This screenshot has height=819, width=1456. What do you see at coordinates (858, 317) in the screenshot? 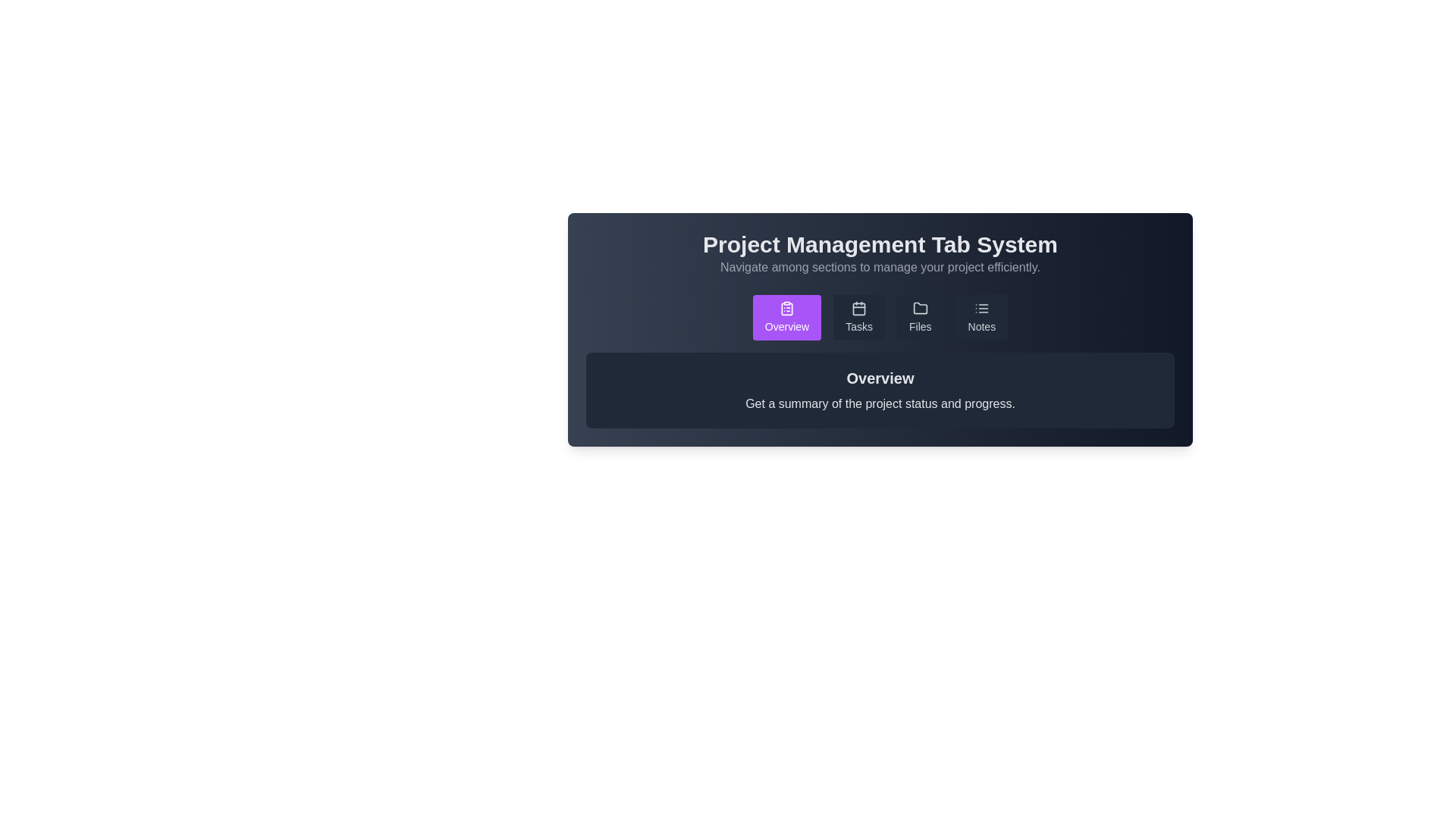
I see `the Tasks tab by clicking on its button` at bounding box center [858, 317].